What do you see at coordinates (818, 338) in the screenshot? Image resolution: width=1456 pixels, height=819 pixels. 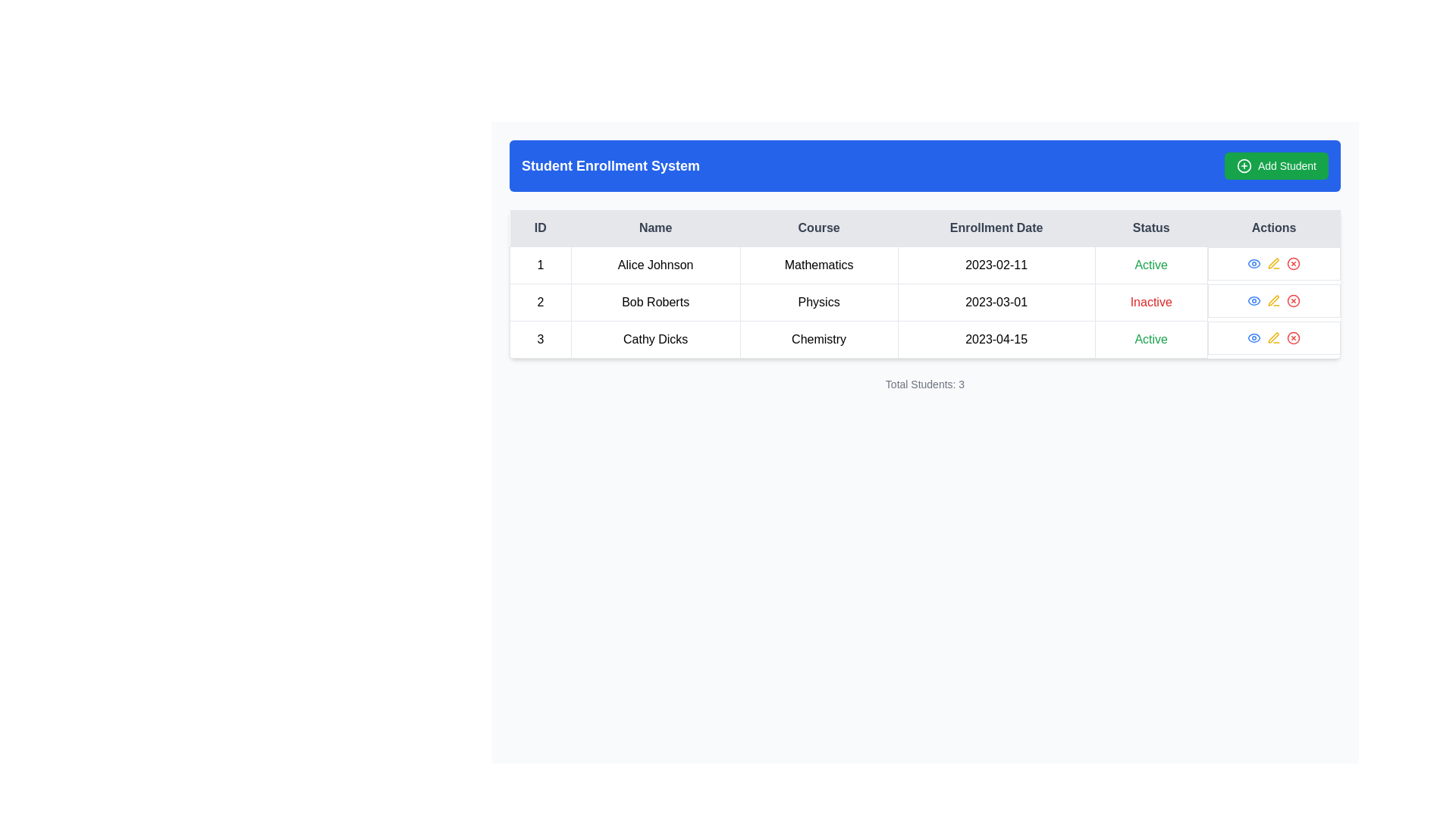 I see `the table cell displaying the course title 'Chemistry' for student 'Cathy Dicks' in the third column of the third row to interact with underlying components` at bounding box center [818, 338].